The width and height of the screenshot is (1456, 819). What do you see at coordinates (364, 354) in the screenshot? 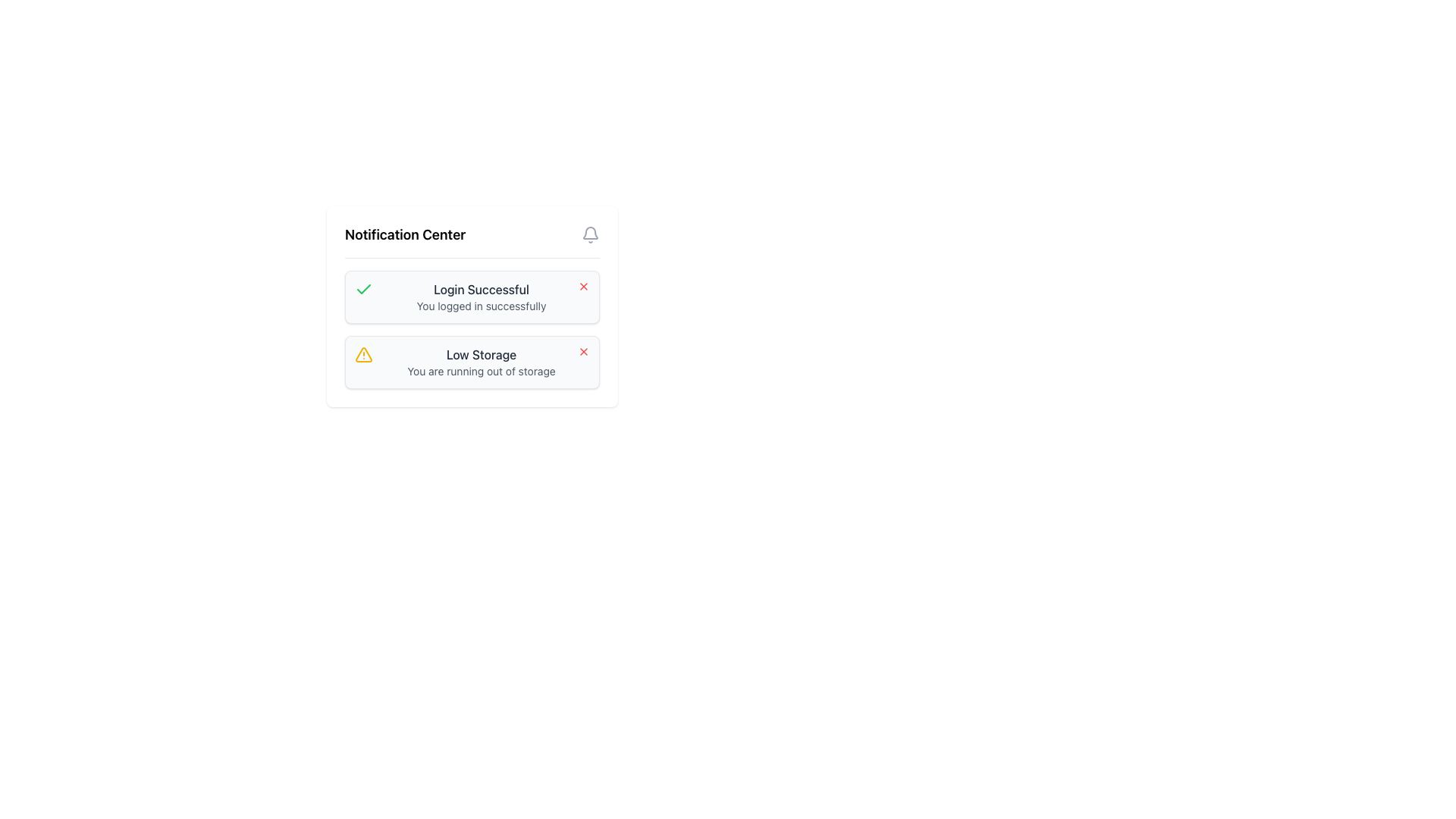
I see `the alert icon indicating low storage located in the left-most section of the notification card titled 'Low Storage'` at bounding box center [364, 354].